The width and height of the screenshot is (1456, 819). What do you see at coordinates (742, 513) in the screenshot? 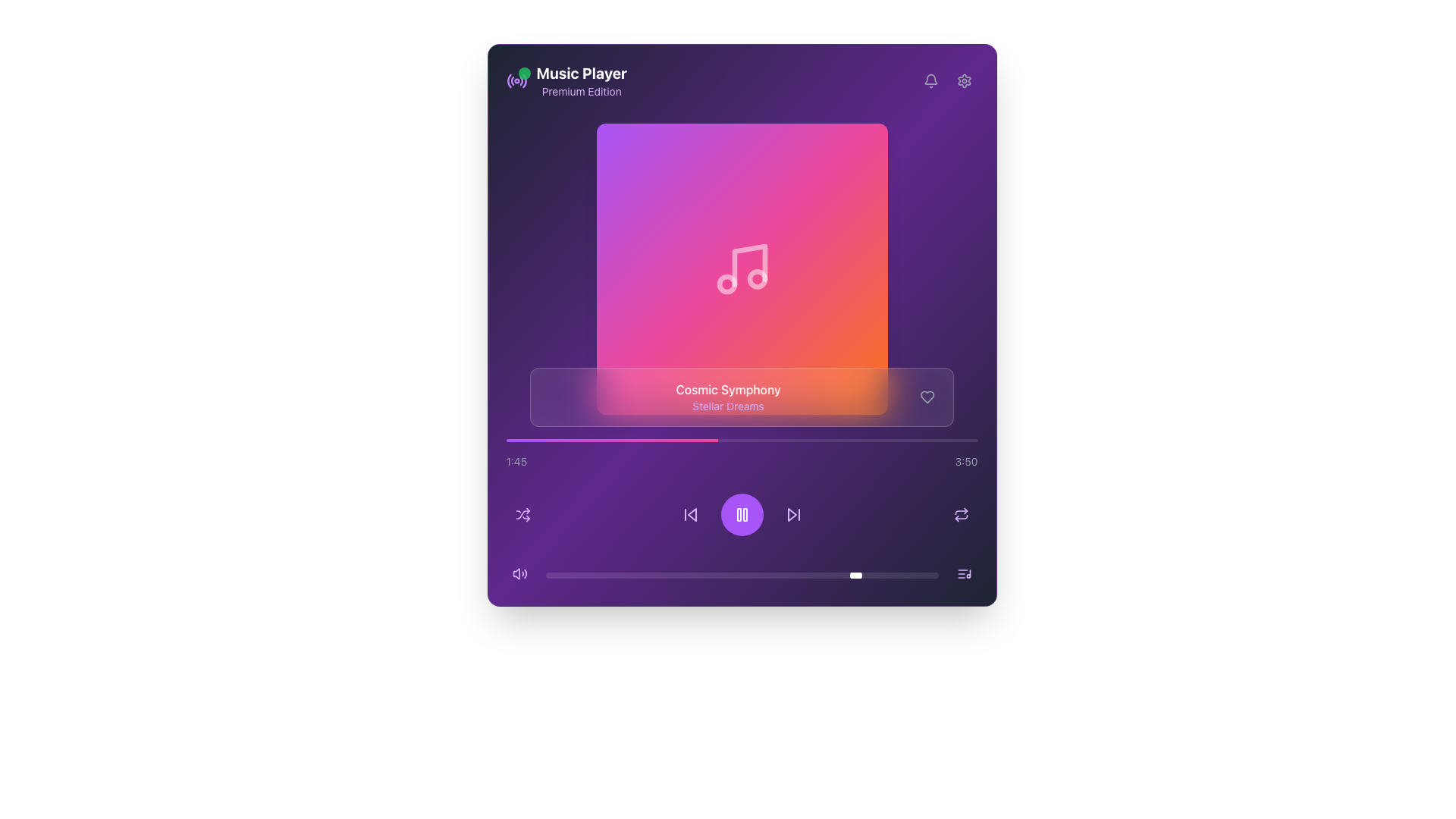
I see `any playback control button in the Button Group located at the bottom of the music player card interface` at bounding box center [742, 513].